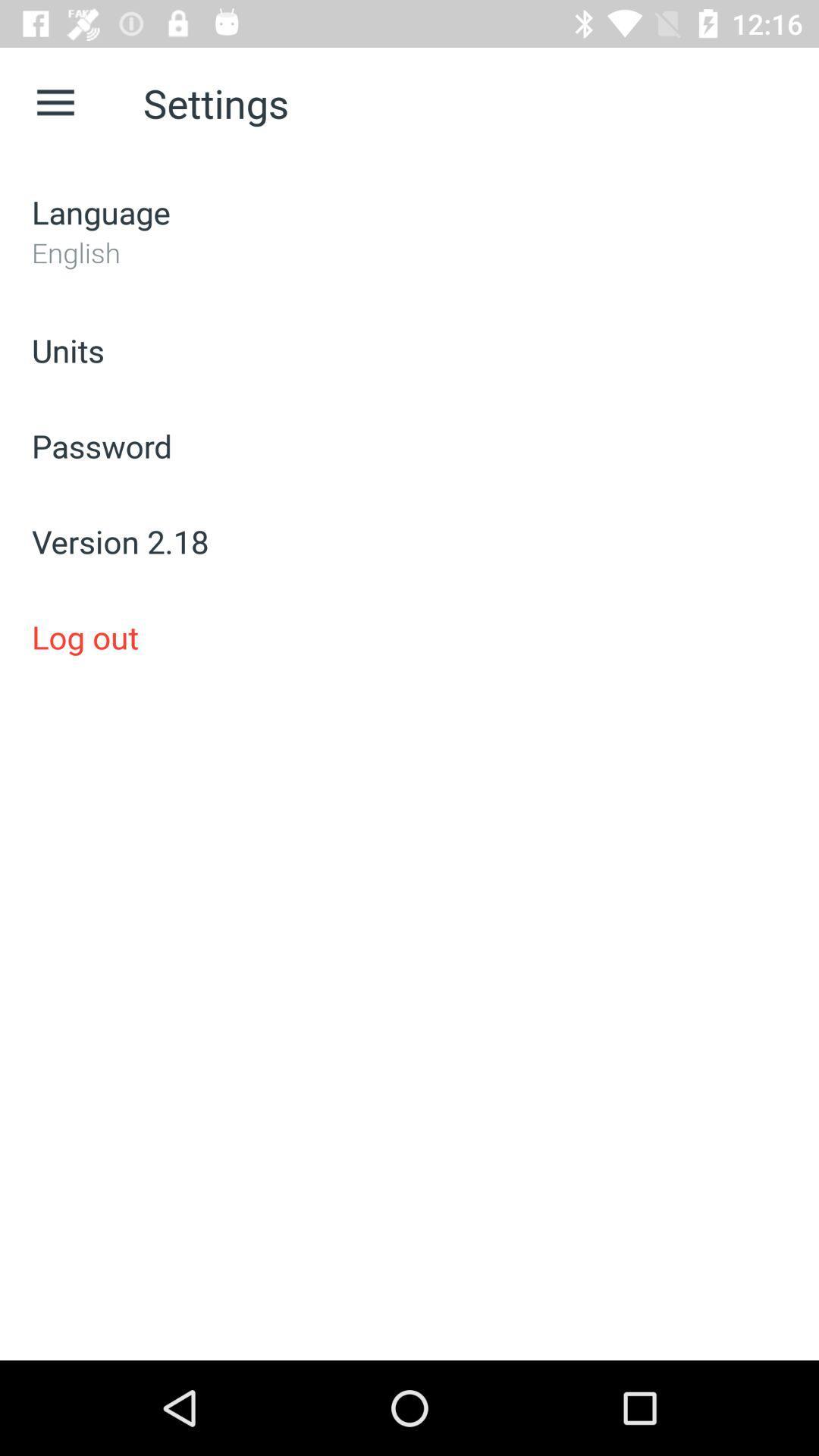  What do you see at coordinates (409, 541) in the screenshot?
I see `the icon above log out` at bounding box center [409, 541].